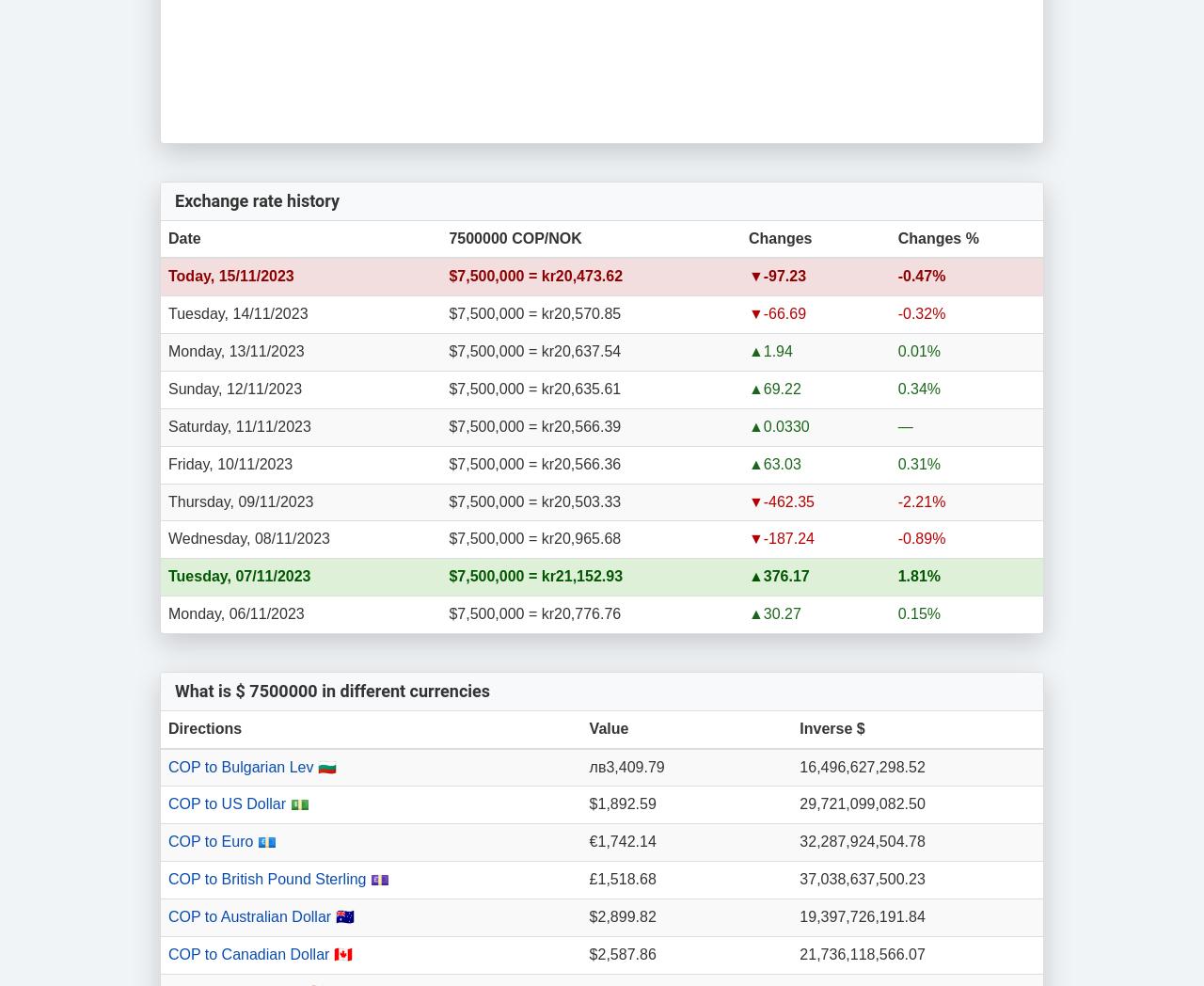 Image resolution: width=1204 pixels, height=986 pixels. I want to click on 'лв3,409.79', so click(626, 765).